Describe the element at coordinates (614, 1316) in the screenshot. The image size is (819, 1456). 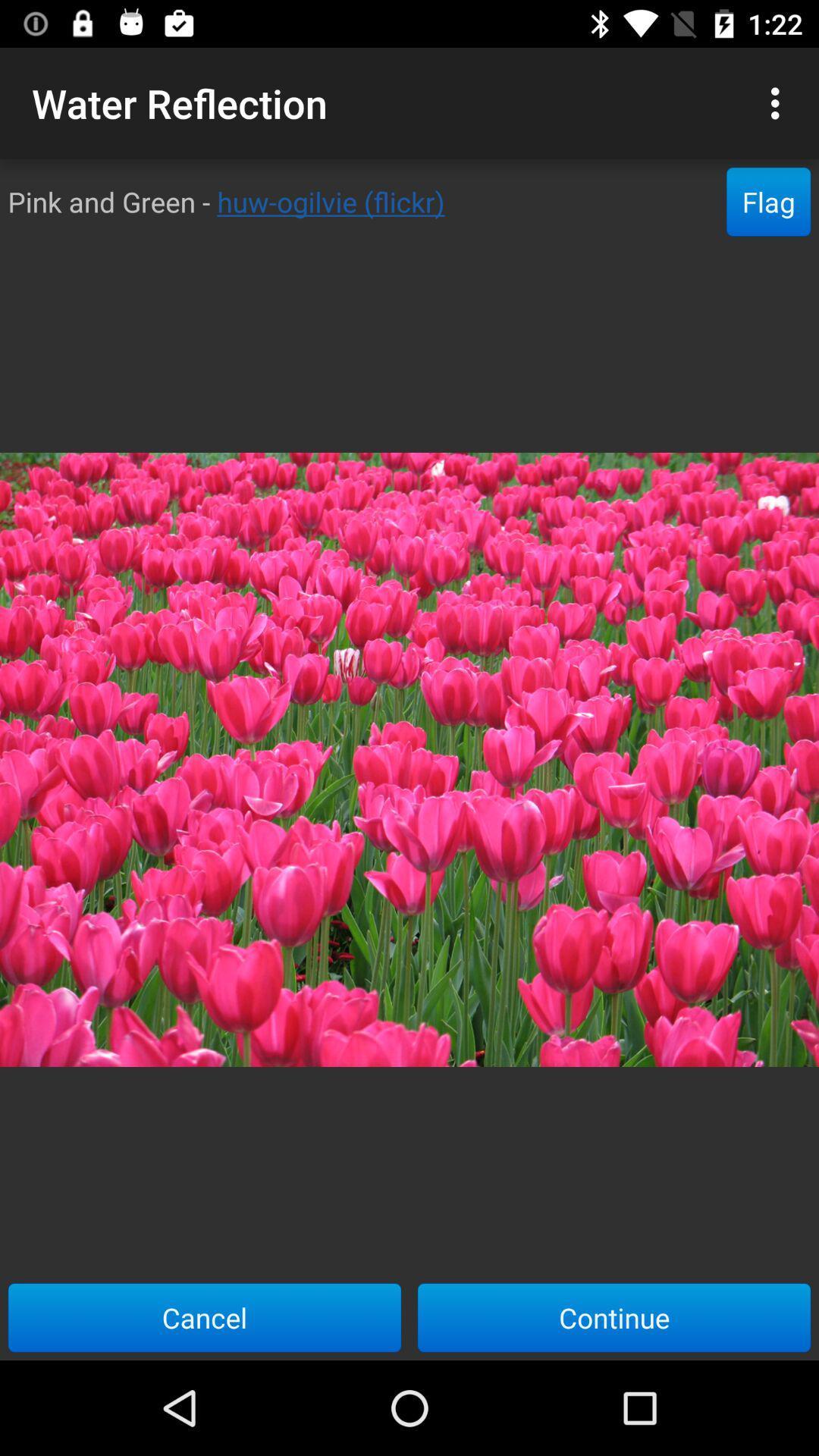
I see `the icon to the right of the cancel` at that location.